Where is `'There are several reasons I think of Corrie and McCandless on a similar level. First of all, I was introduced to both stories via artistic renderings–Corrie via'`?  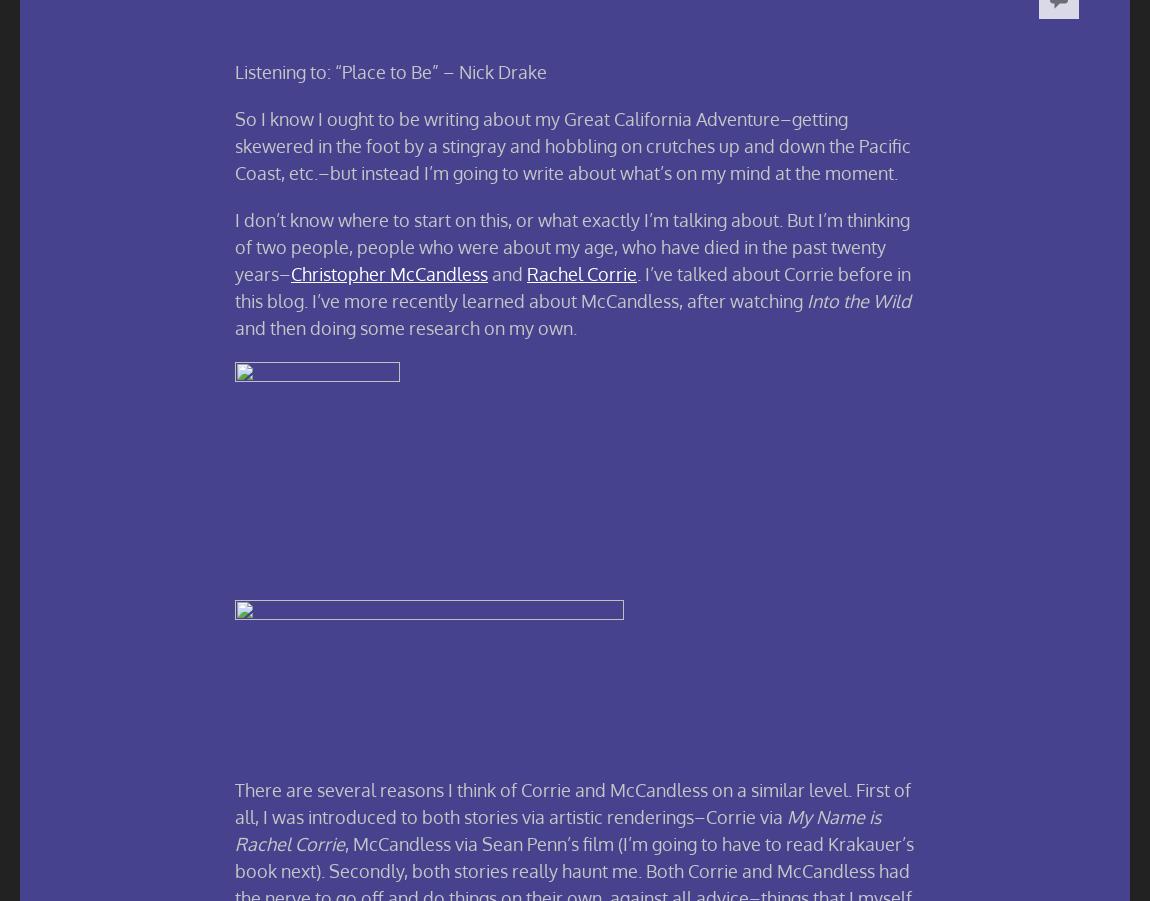 'There are several reasons I think of Corrie and McCandless on a similar level. First of all, I was introduced to both stories via artistic renderings–Corrie via' is located at coordinates (573, 802).